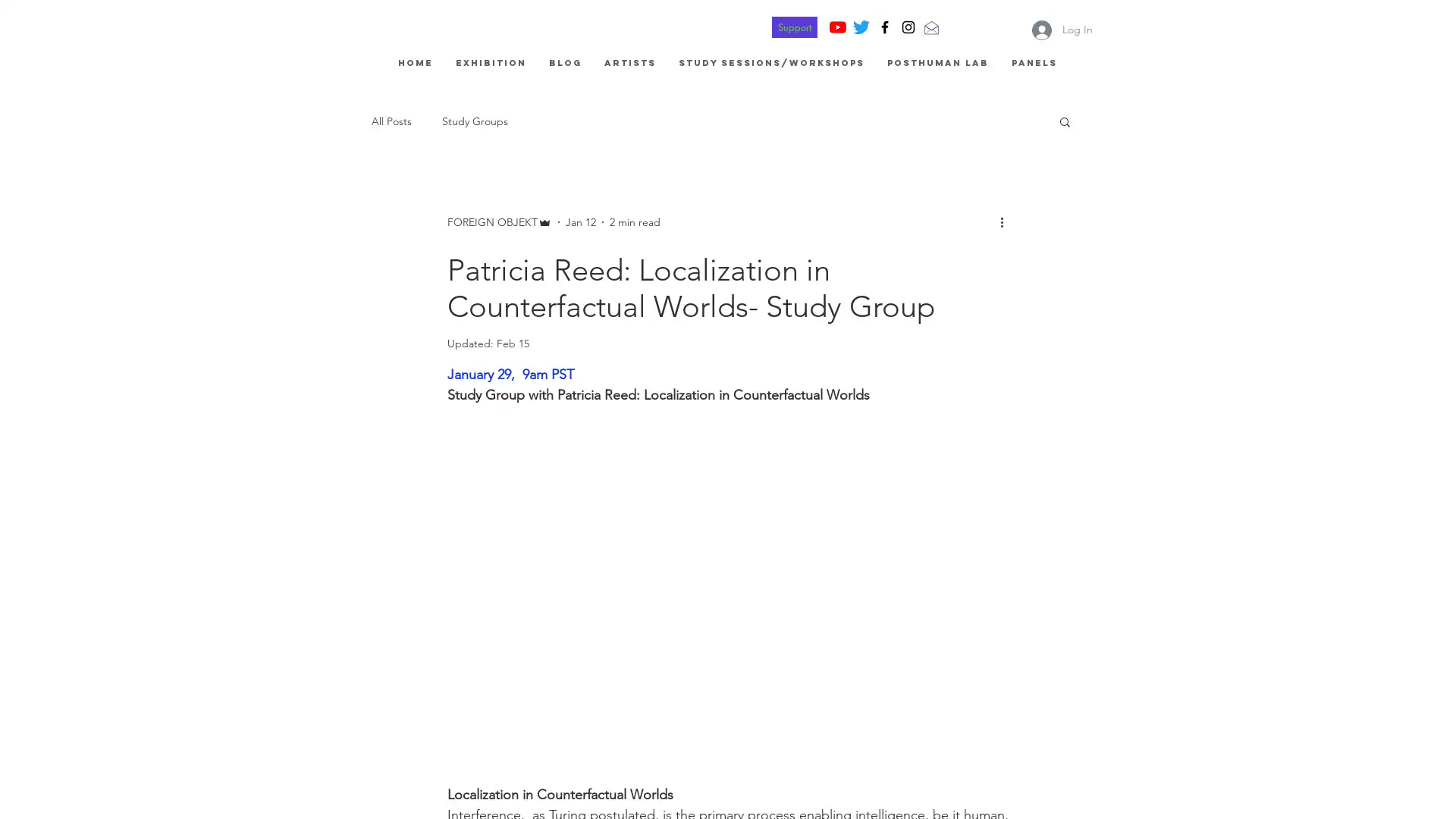 Image resolution: width=1456 pixels, height=819 pixels. What do you see at coordinates (474, 120) in the screenshot?
I see `Study Groups` at bounding box center [474, 120].